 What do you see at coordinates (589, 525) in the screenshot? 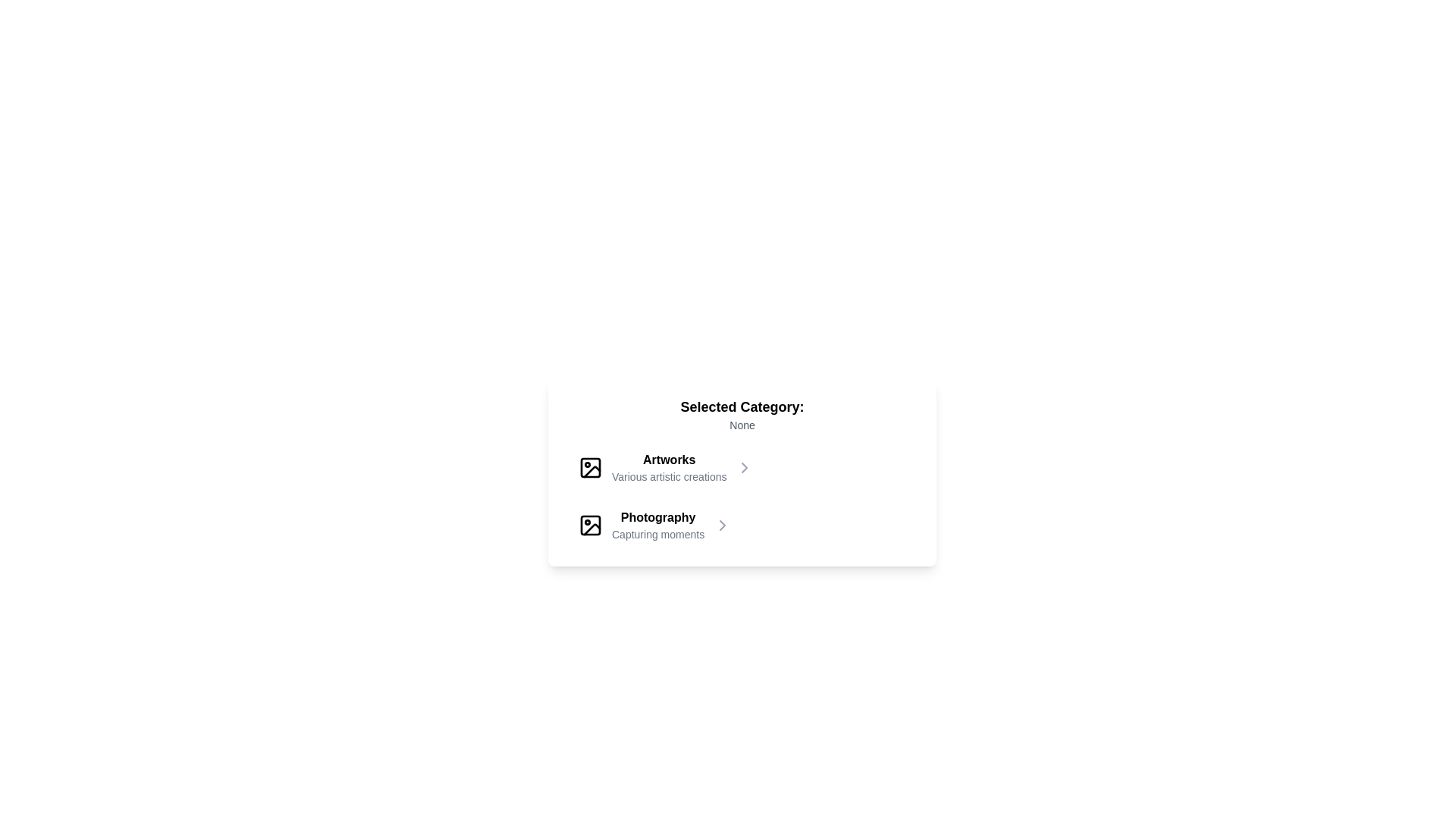
I see `the photography icon located in the second row, to the left of the text 'Photography' and 'Capturing moments', and to the left of the arrow icon pointing right` at bounding box center [589, 525].